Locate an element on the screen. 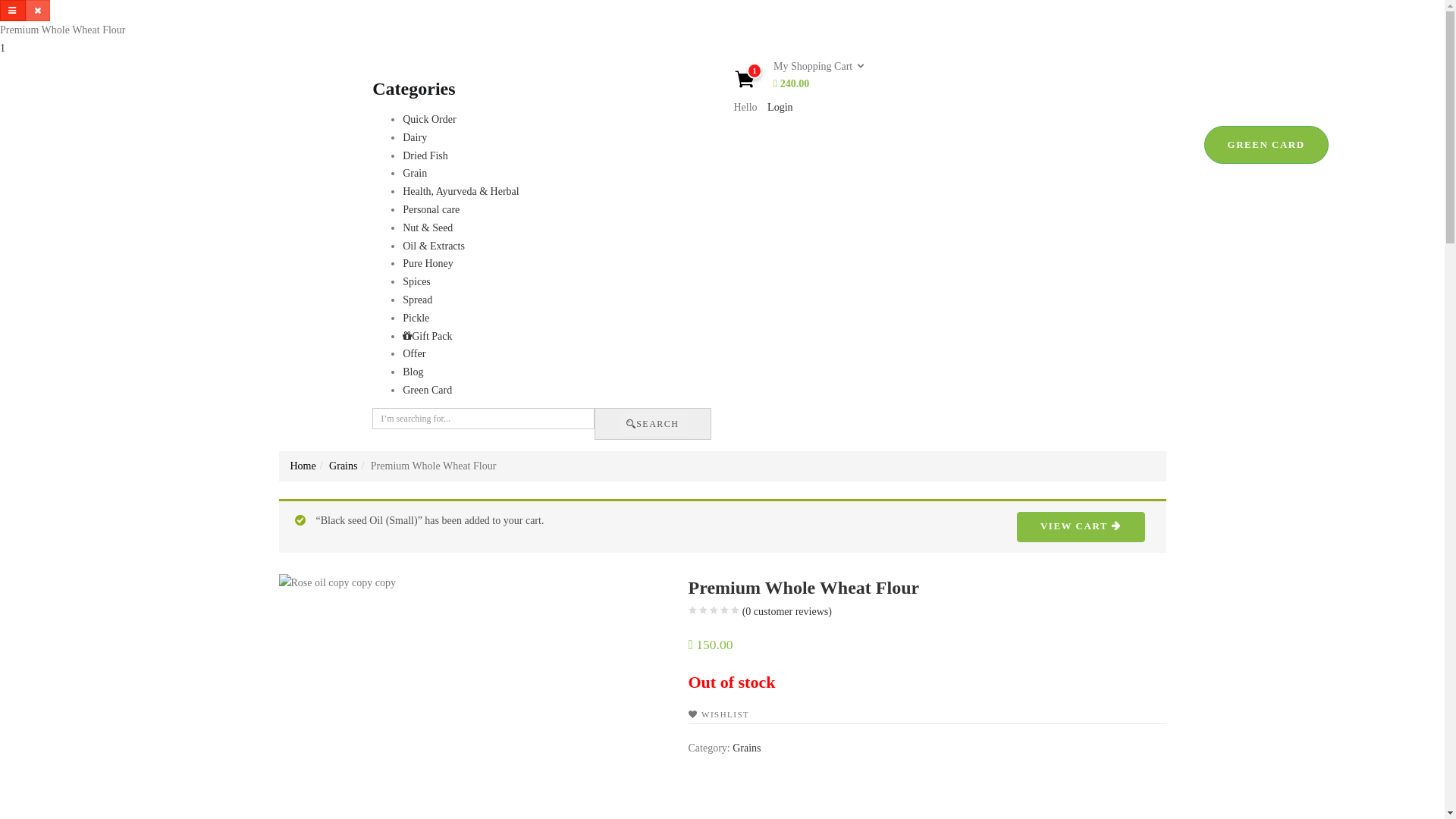 This screenshot has width=1456, height=819. 'Grains' is located at coordinates (746, 747).